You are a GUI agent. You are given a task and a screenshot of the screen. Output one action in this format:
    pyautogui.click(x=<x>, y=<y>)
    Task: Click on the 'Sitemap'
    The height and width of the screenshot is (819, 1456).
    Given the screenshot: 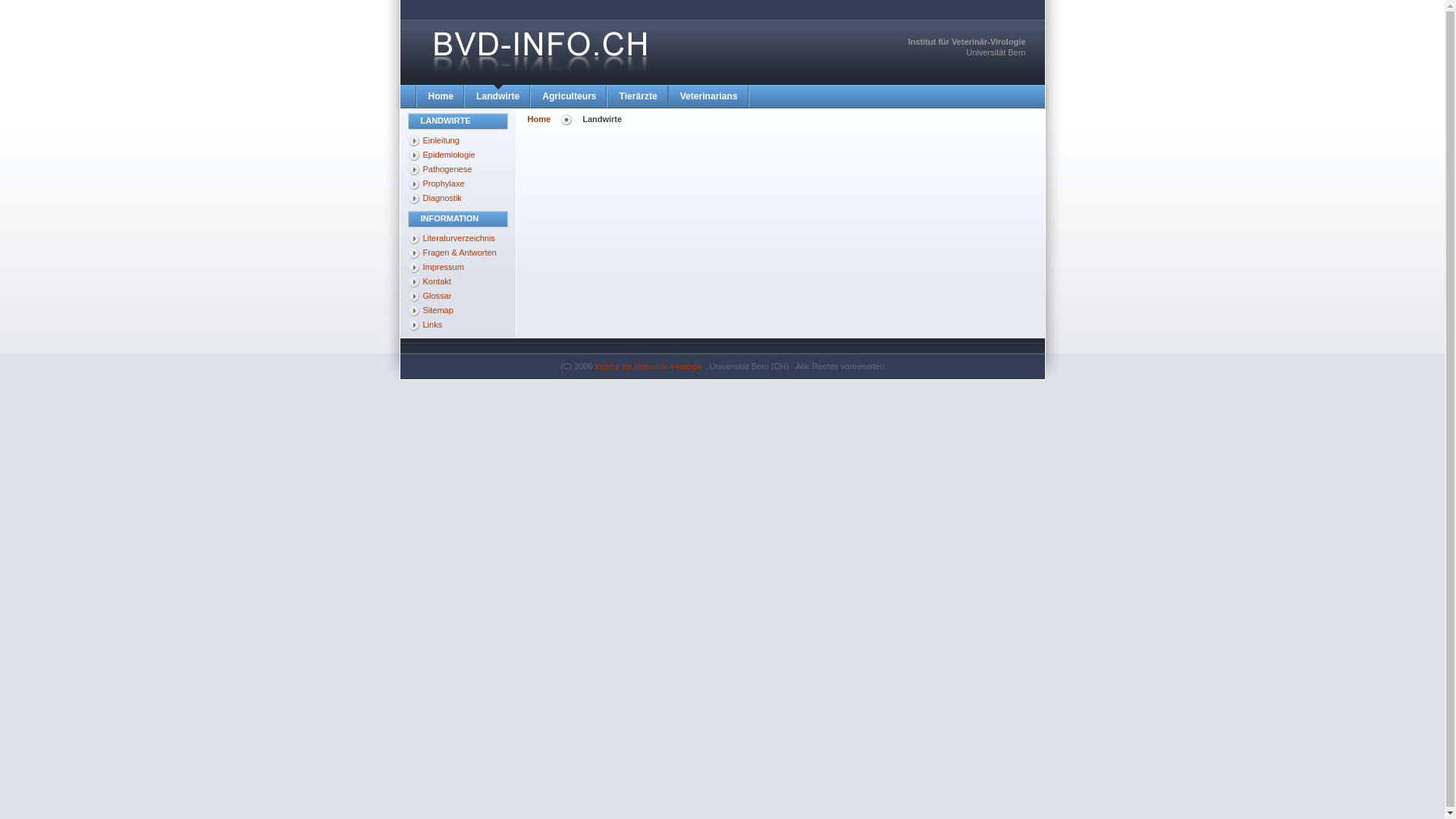 What is the action you would take?
    pyautogui.click(x=457, y=309)
    